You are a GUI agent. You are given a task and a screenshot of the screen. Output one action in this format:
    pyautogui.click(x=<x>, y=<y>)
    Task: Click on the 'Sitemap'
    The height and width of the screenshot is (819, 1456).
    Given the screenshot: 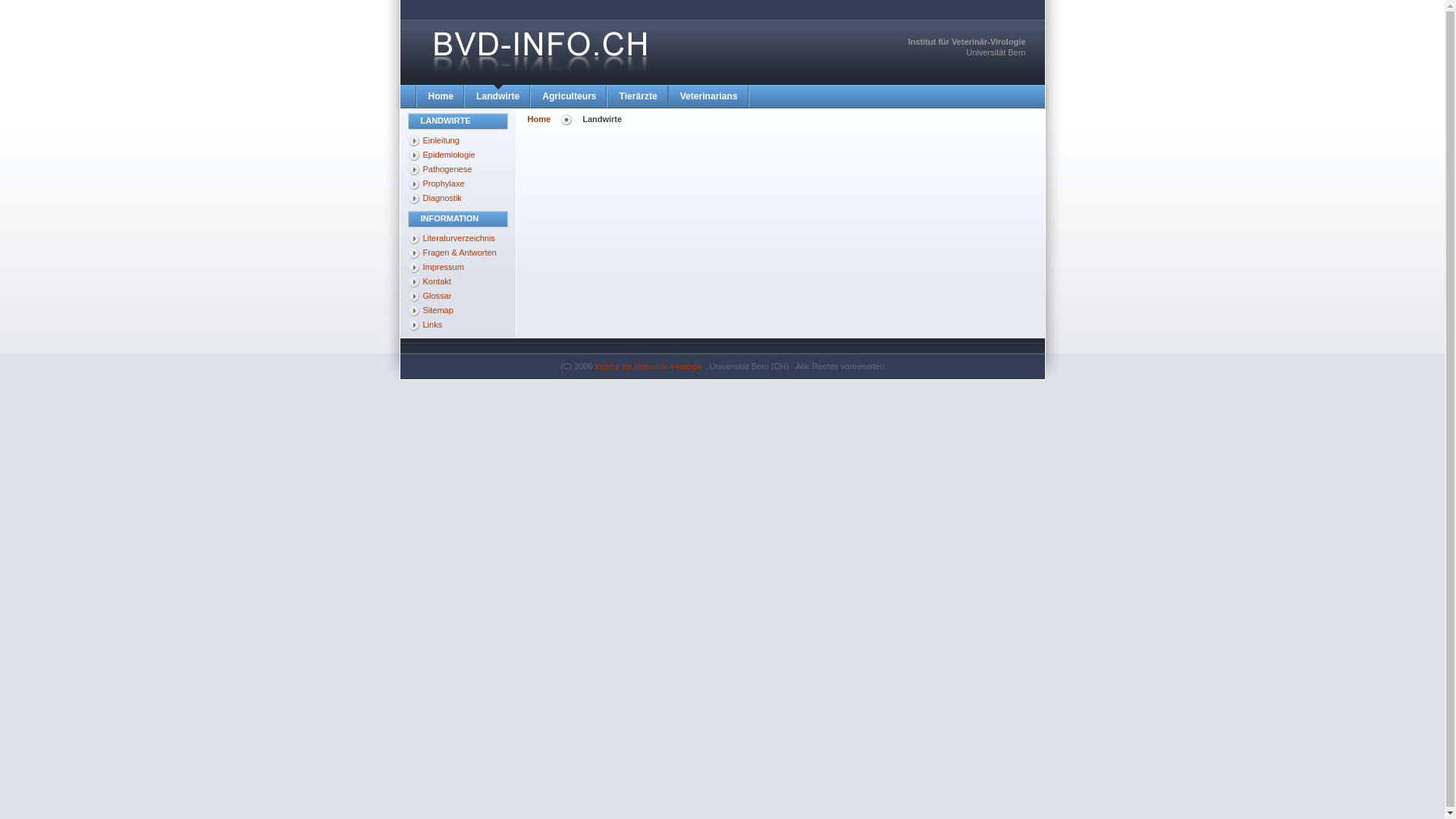 What is the action you would take?
    pyautogui.click(x=457, y=309)
    